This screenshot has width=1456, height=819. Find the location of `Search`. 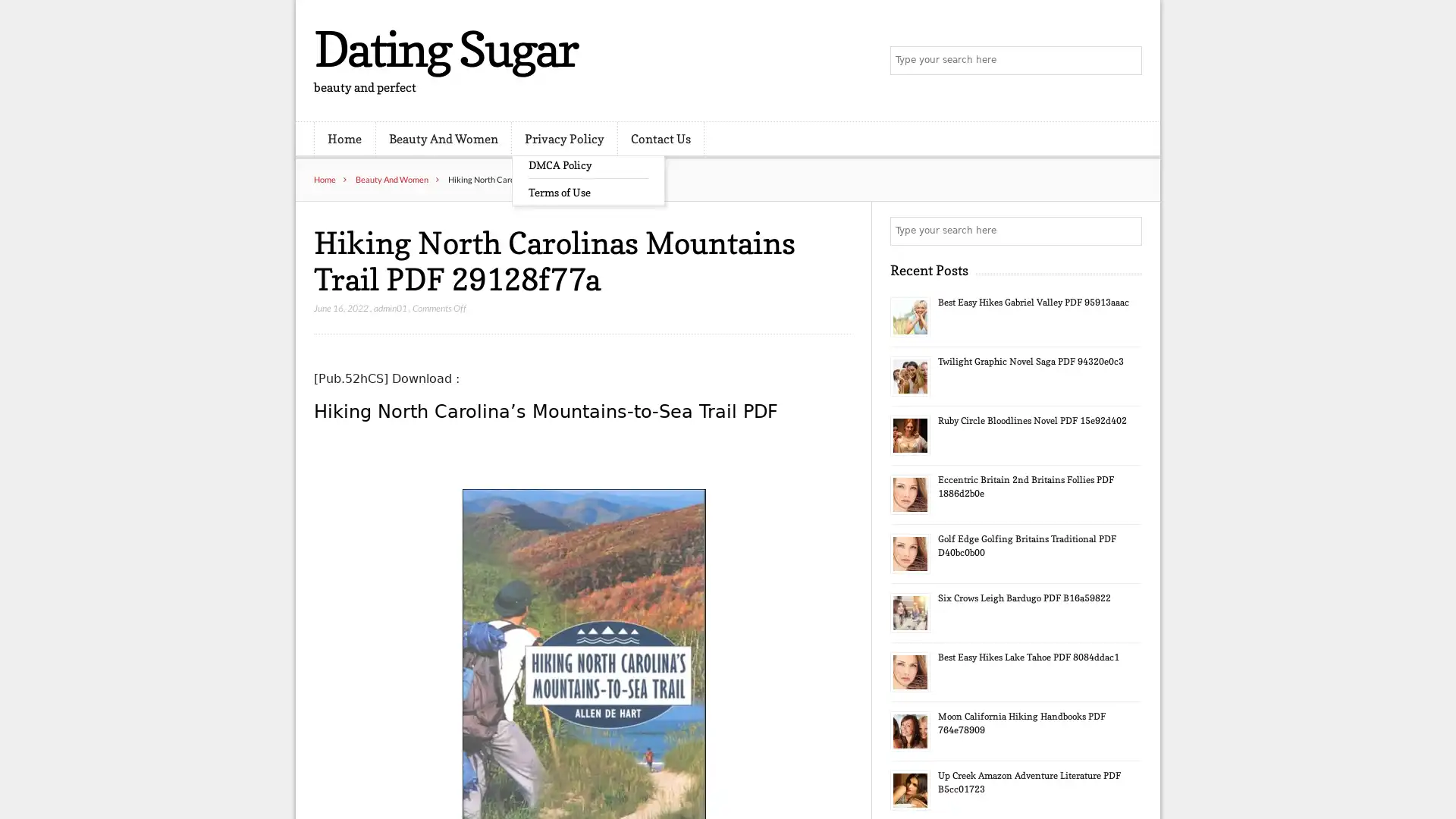

Search is located at coordinates (1126, 61).